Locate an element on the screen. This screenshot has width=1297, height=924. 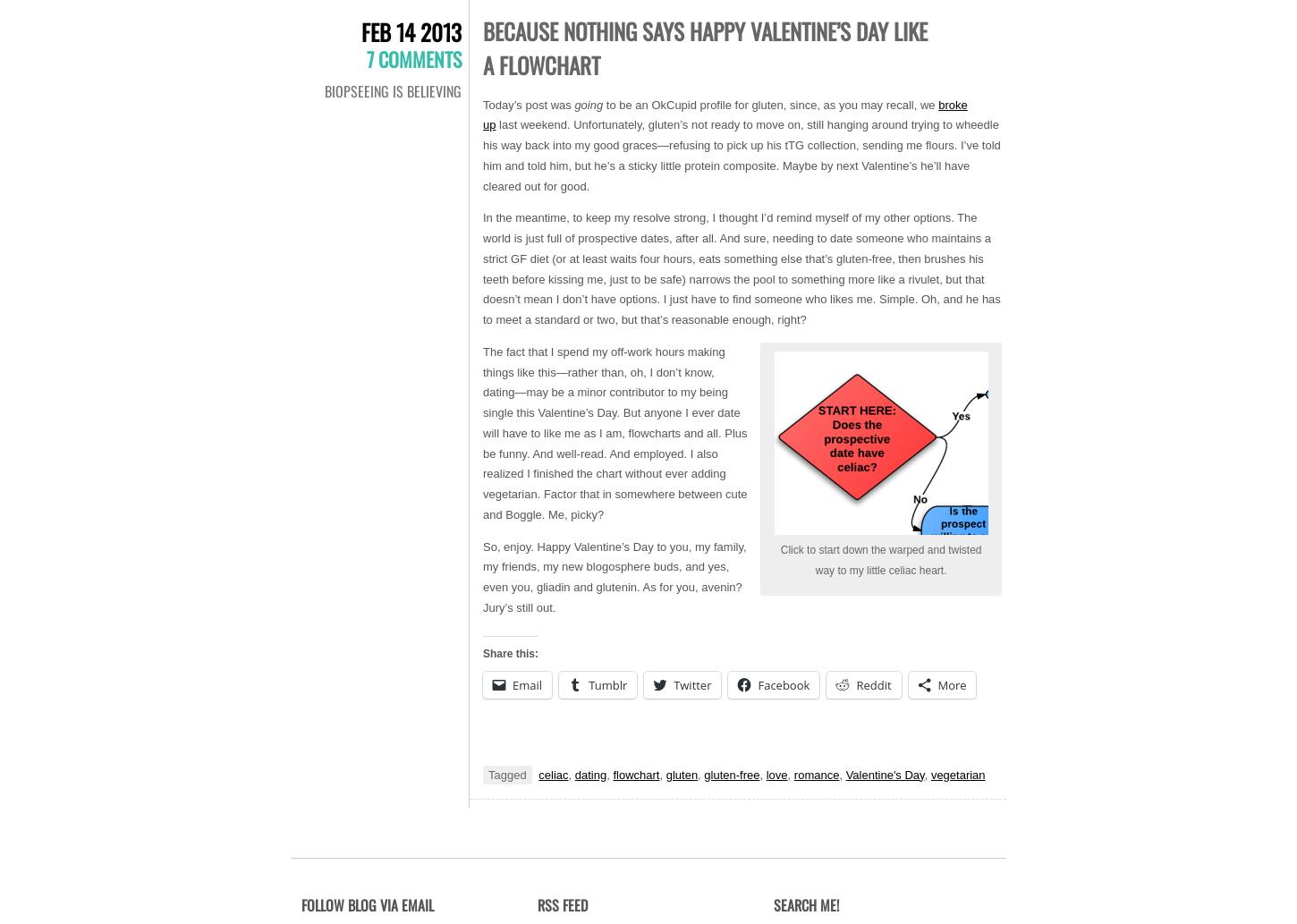
'Facebook' is located at coordinates (782, 684).